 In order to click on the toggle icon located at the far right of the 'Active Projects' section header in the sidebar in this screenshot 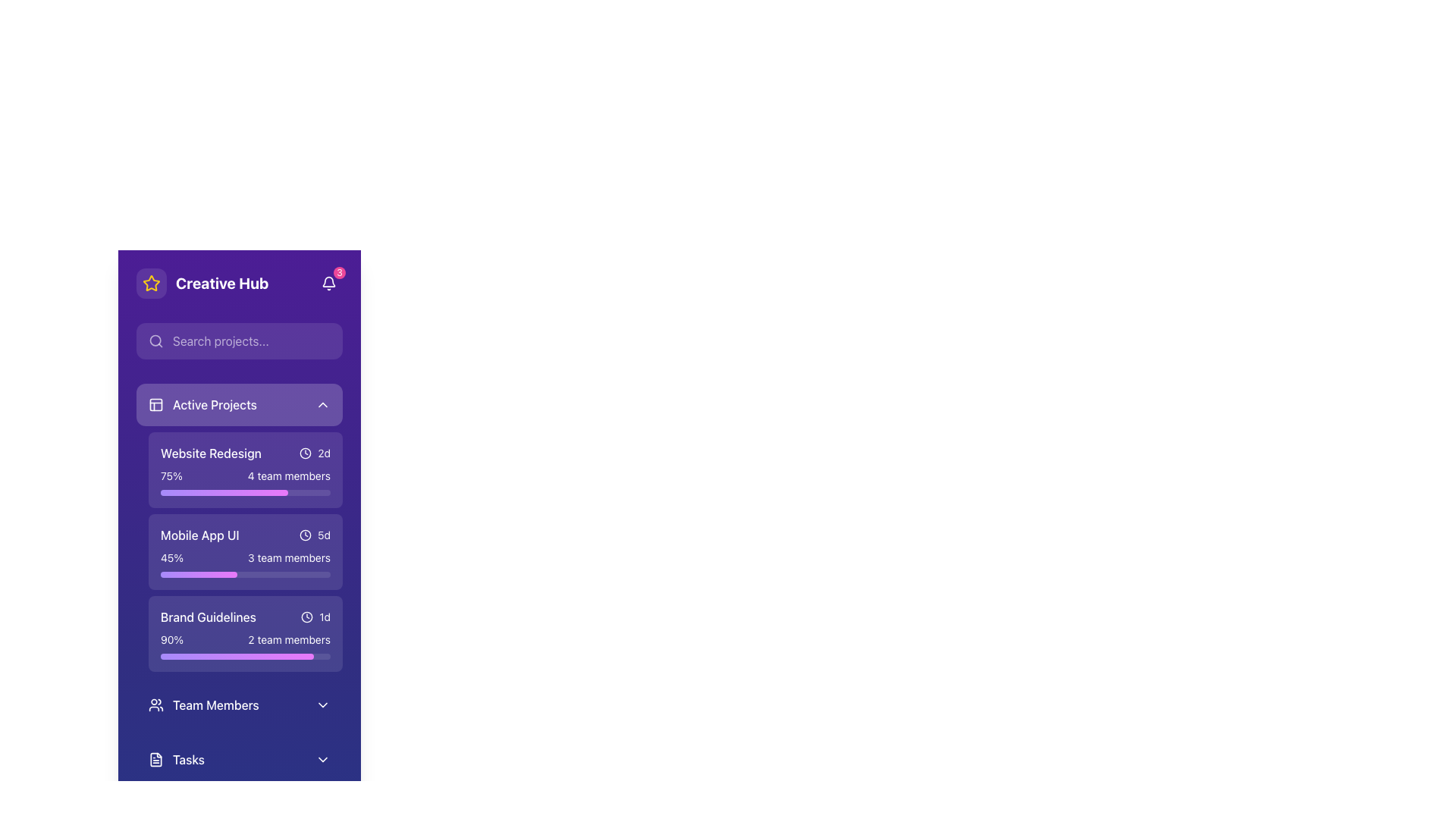, I will do `click(322, 403)`.